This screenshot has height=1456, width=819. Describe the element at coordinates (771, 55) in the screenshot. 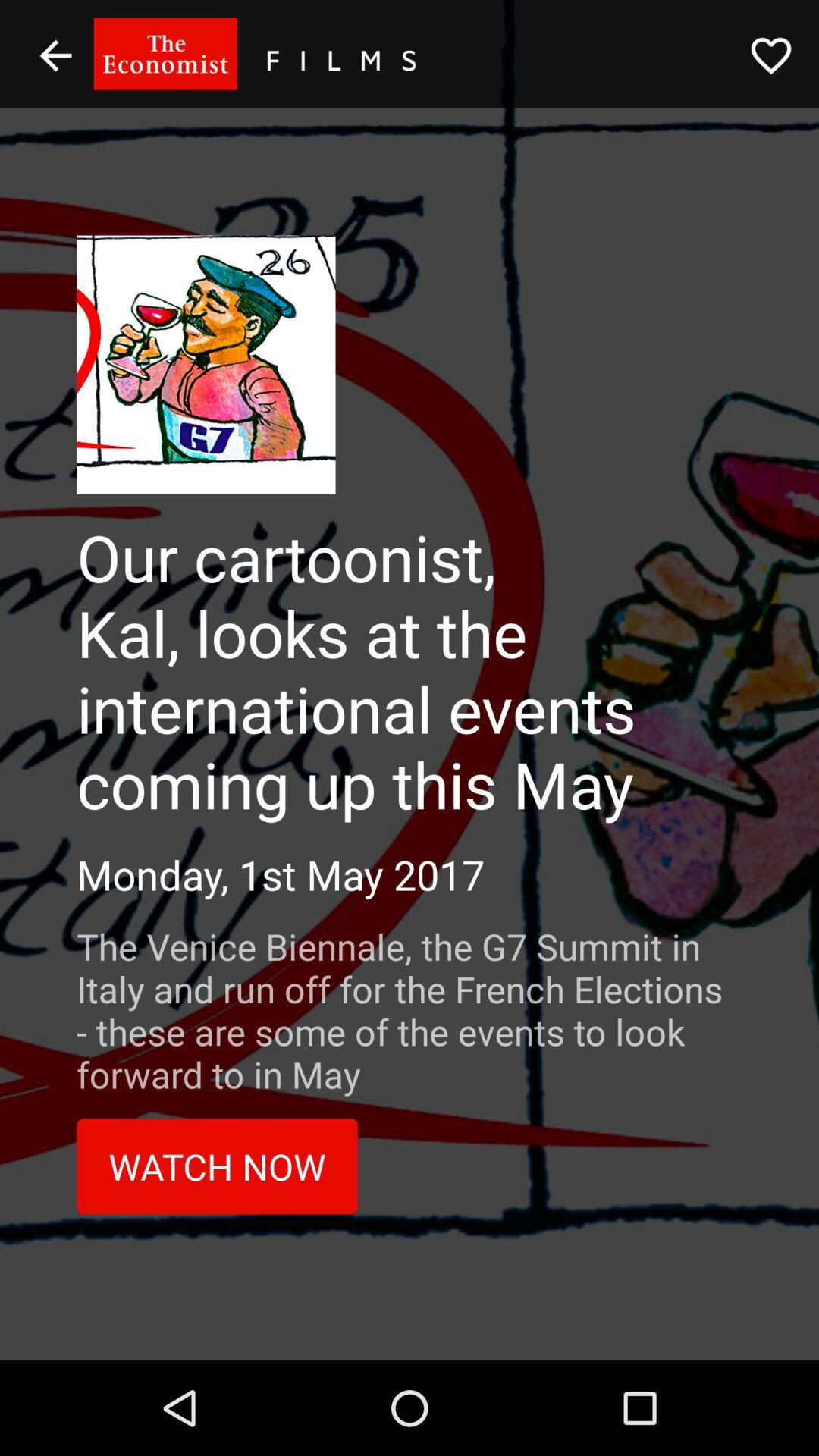

I see `the icon at the top right corner` at that location.